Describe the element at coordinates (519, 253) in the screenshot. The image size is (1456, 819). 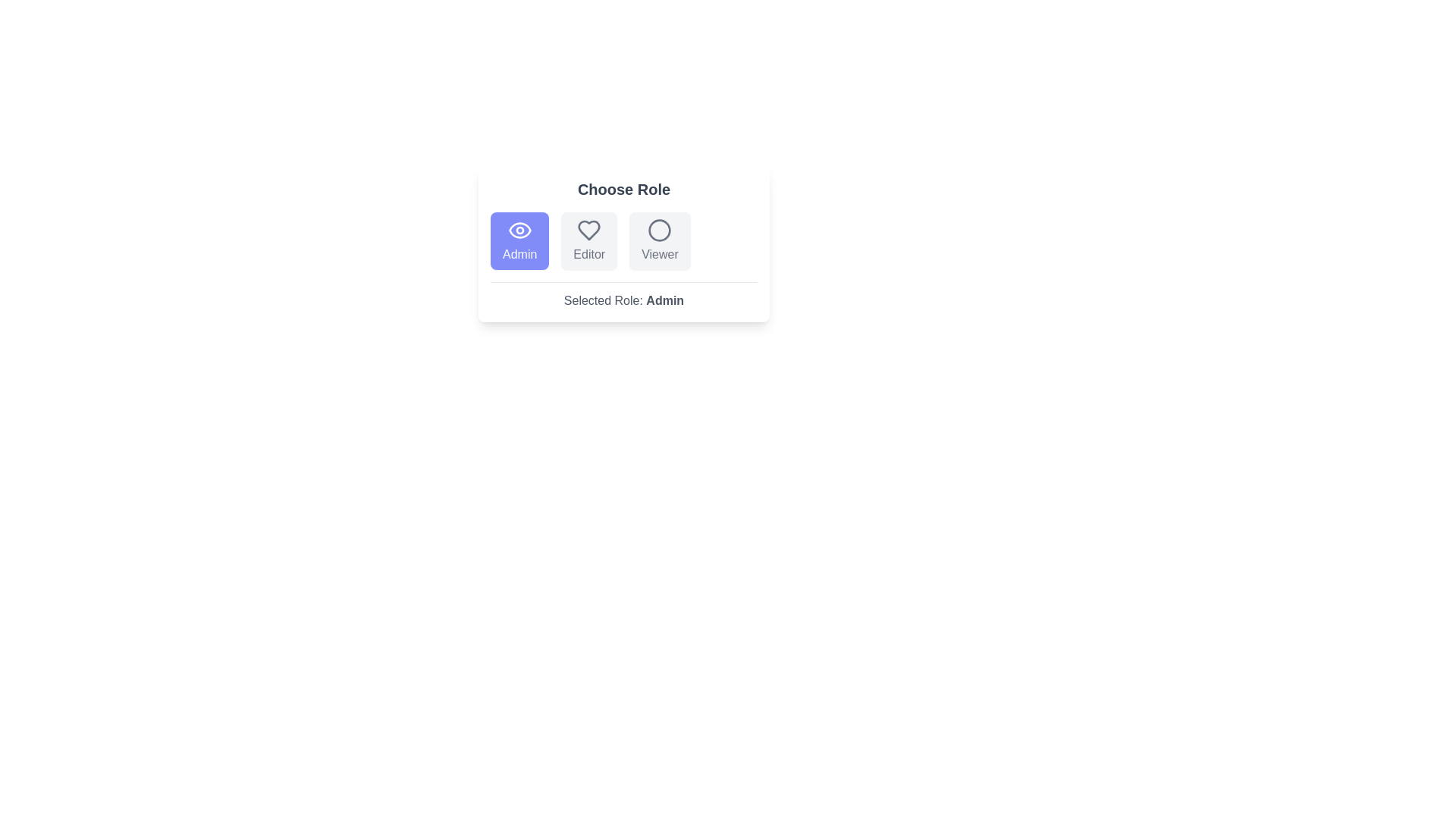
I see `the label indicating the selected role 'Admin' to focus on it` at that location.